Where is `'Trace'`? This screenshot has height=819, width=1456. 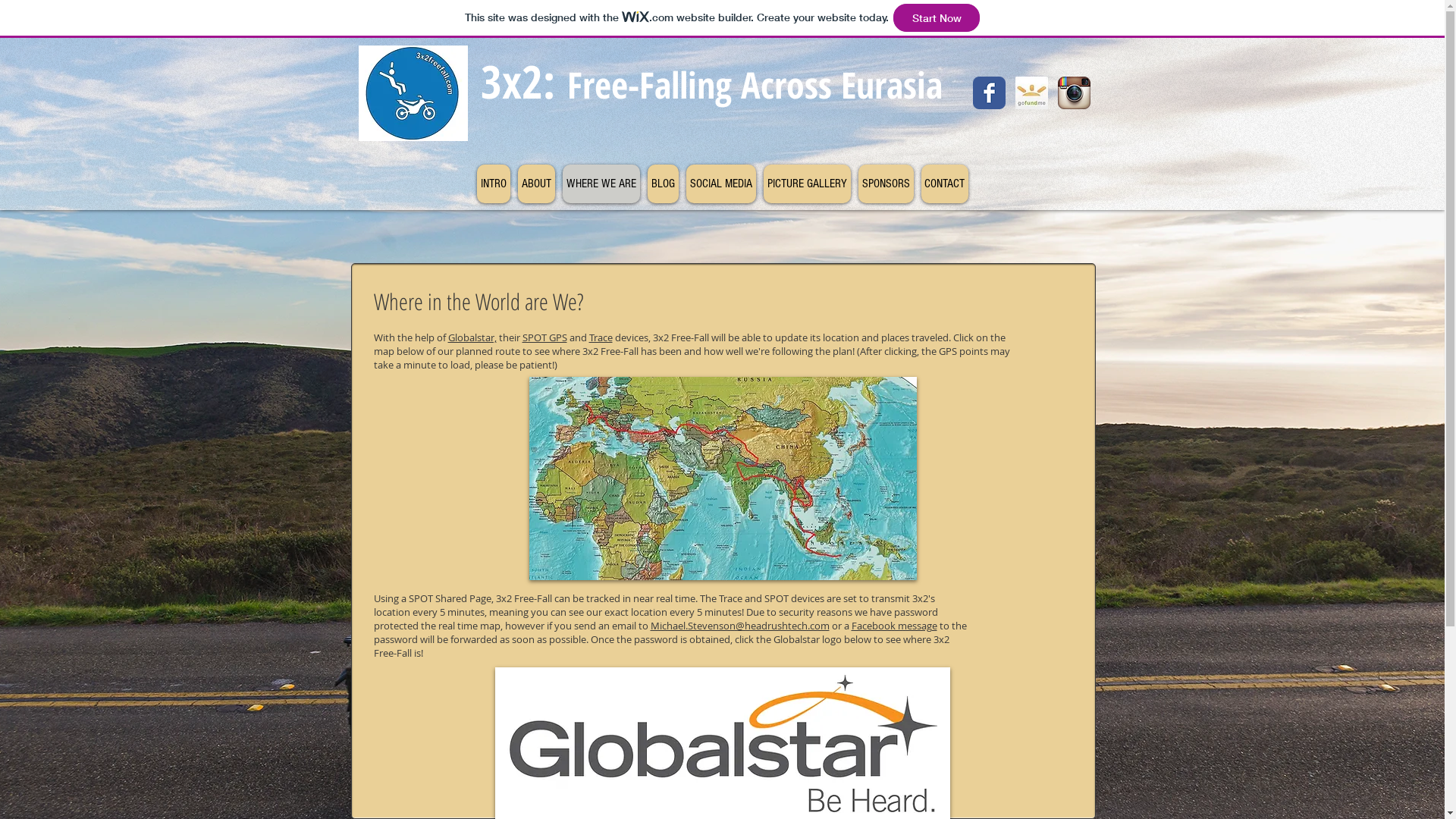
'Trace' is located at coordinates (599, 336).